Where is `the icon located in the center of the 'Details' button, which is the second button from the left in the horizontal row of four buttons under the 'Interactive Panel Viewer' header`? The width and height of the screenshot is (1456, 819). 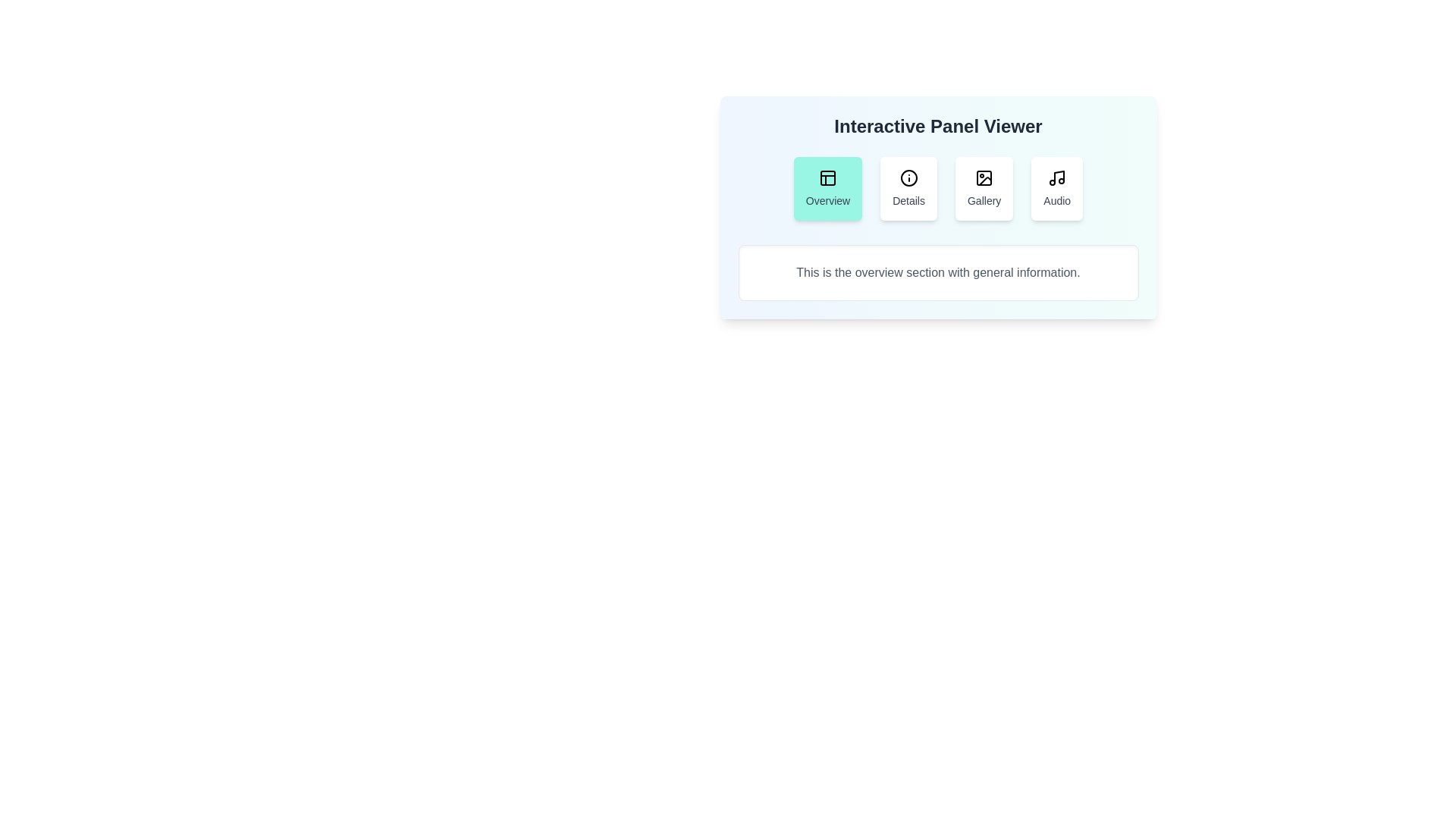 the icon located in the center of the 'Details' button, which is the second button from the left in the horizontal row of four buttons under the 'Interactive Panel Viewer' header is located at coordinates (908, 177).